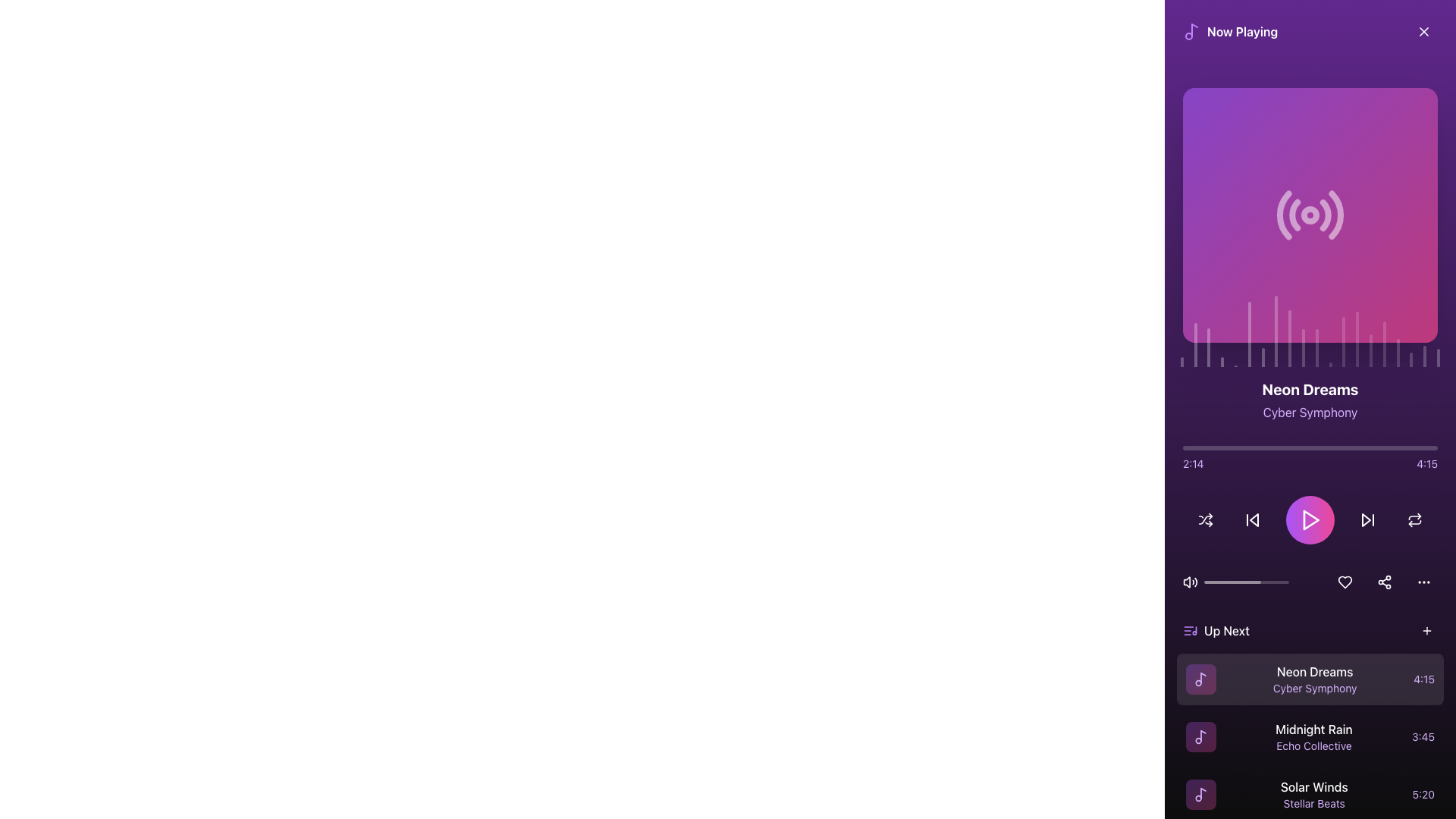  Describe the element at coordinates (1246, 581) in the screenshot. I see `the progress bar located centrally within the audio playback controls to adjust the progress of the currently playing media track` at that location.